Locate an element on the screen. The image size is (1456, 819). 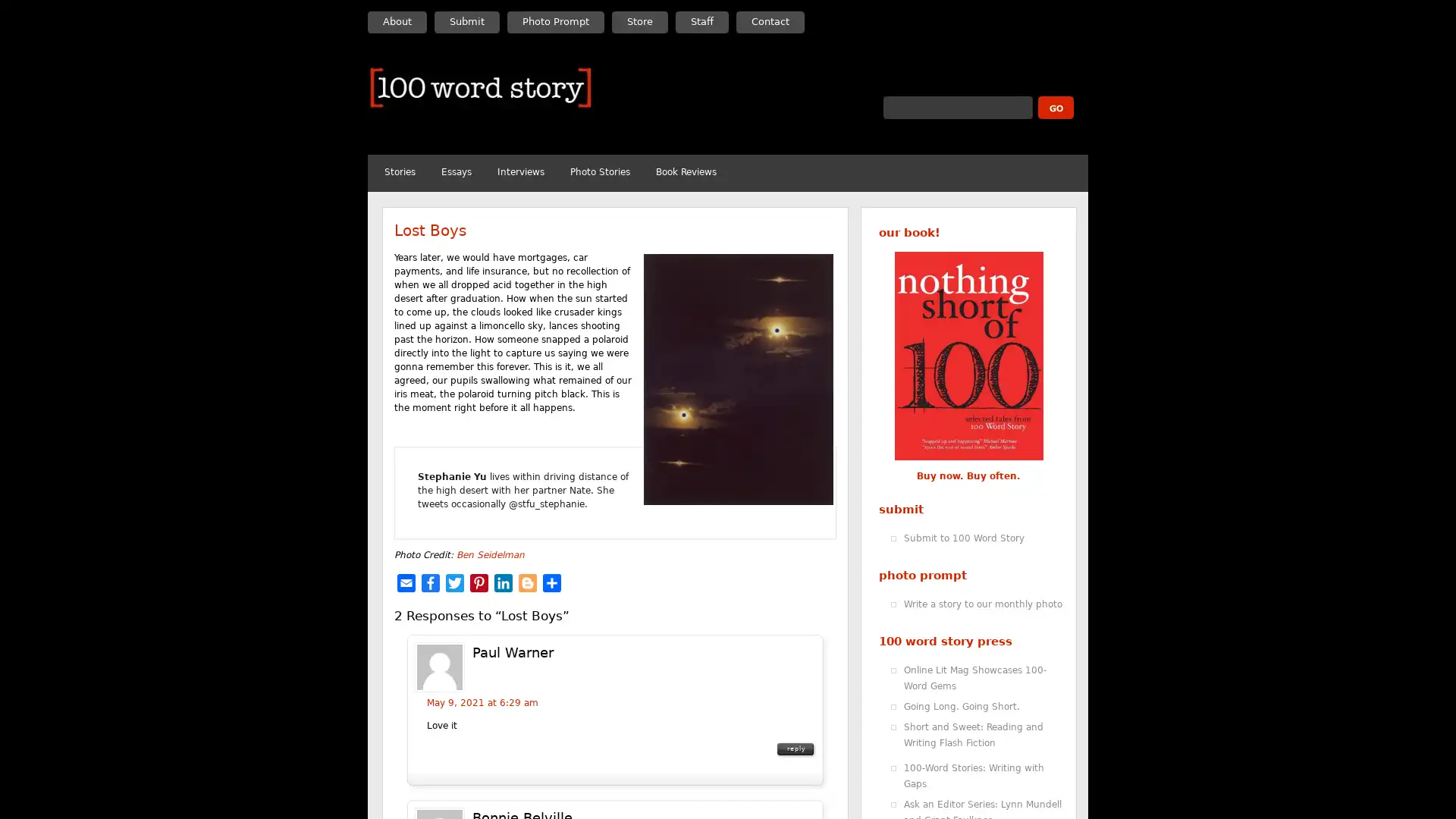
submit is located at coordinates (1054, 108).